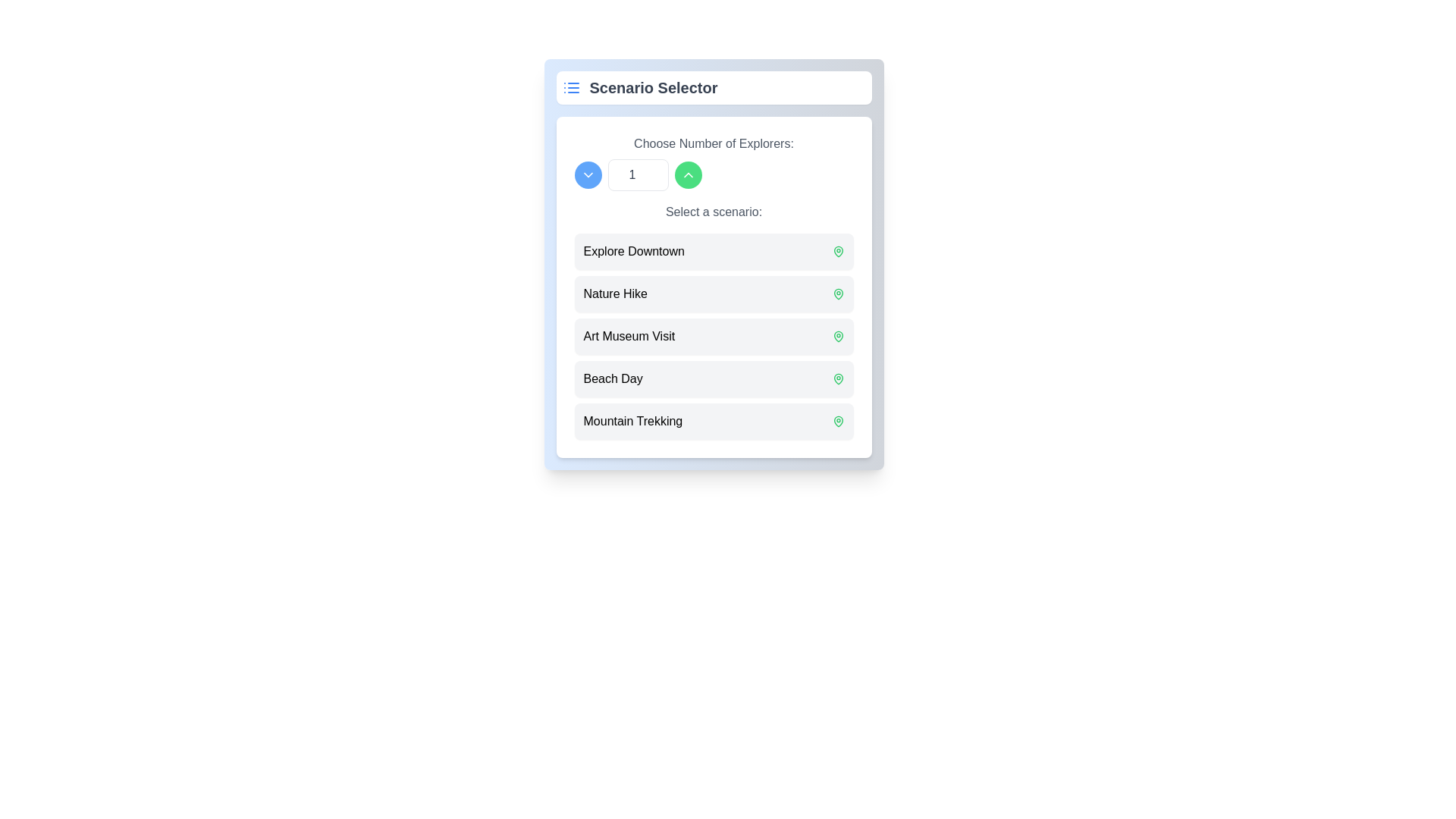 The width and height of the screenshot is (1456, 819). Describe the element at coordinates (713, 87) in the screenshot. I see `the 'Scenario Selector' text header with an icon resembling a list` at that location.